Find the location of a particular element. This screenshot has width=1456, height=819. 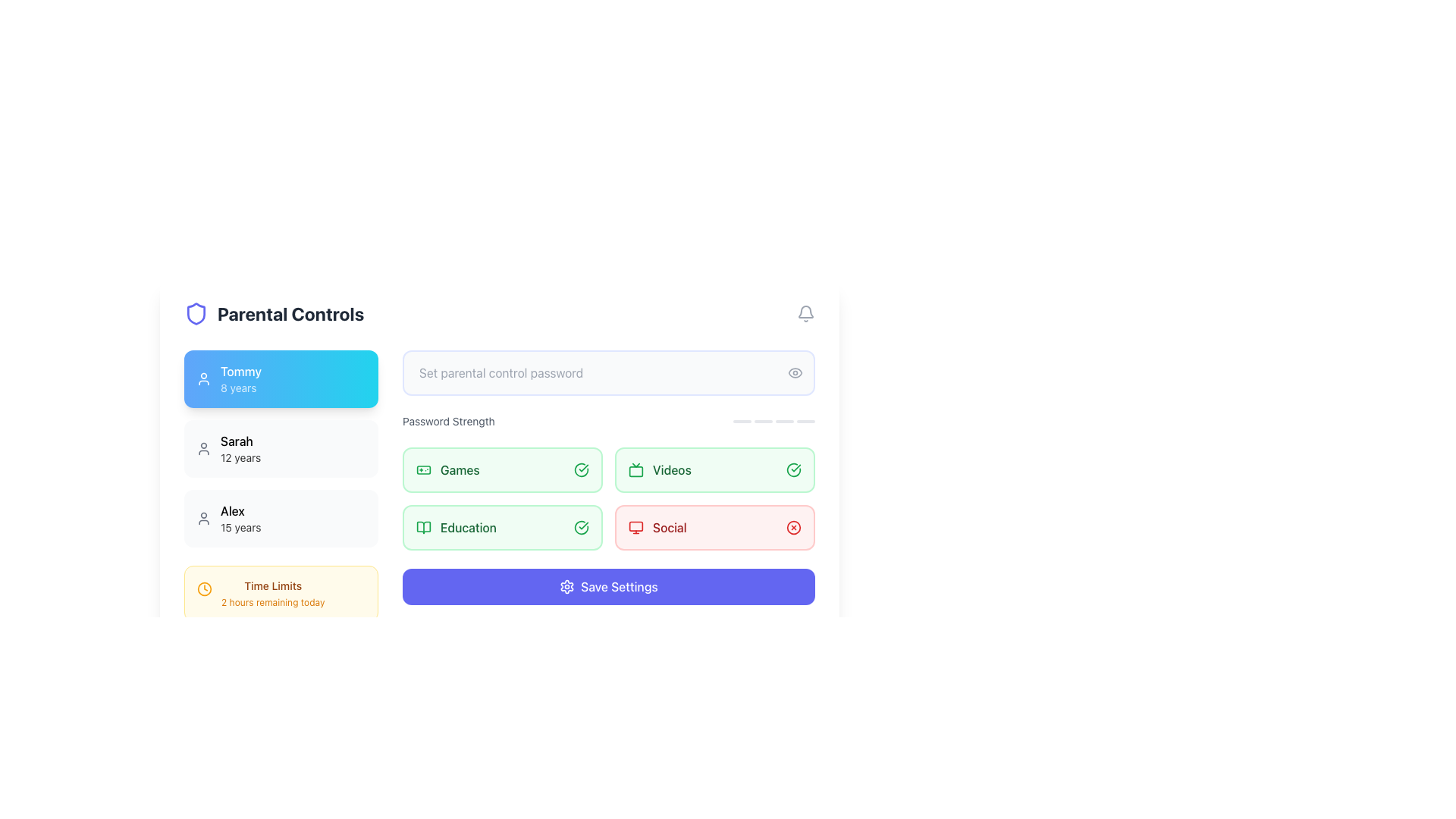

static text label displaying '15 years' located below the name 'Alex' in the left sidebar under 'Parental Controls' is located at coordinates (240, 526).